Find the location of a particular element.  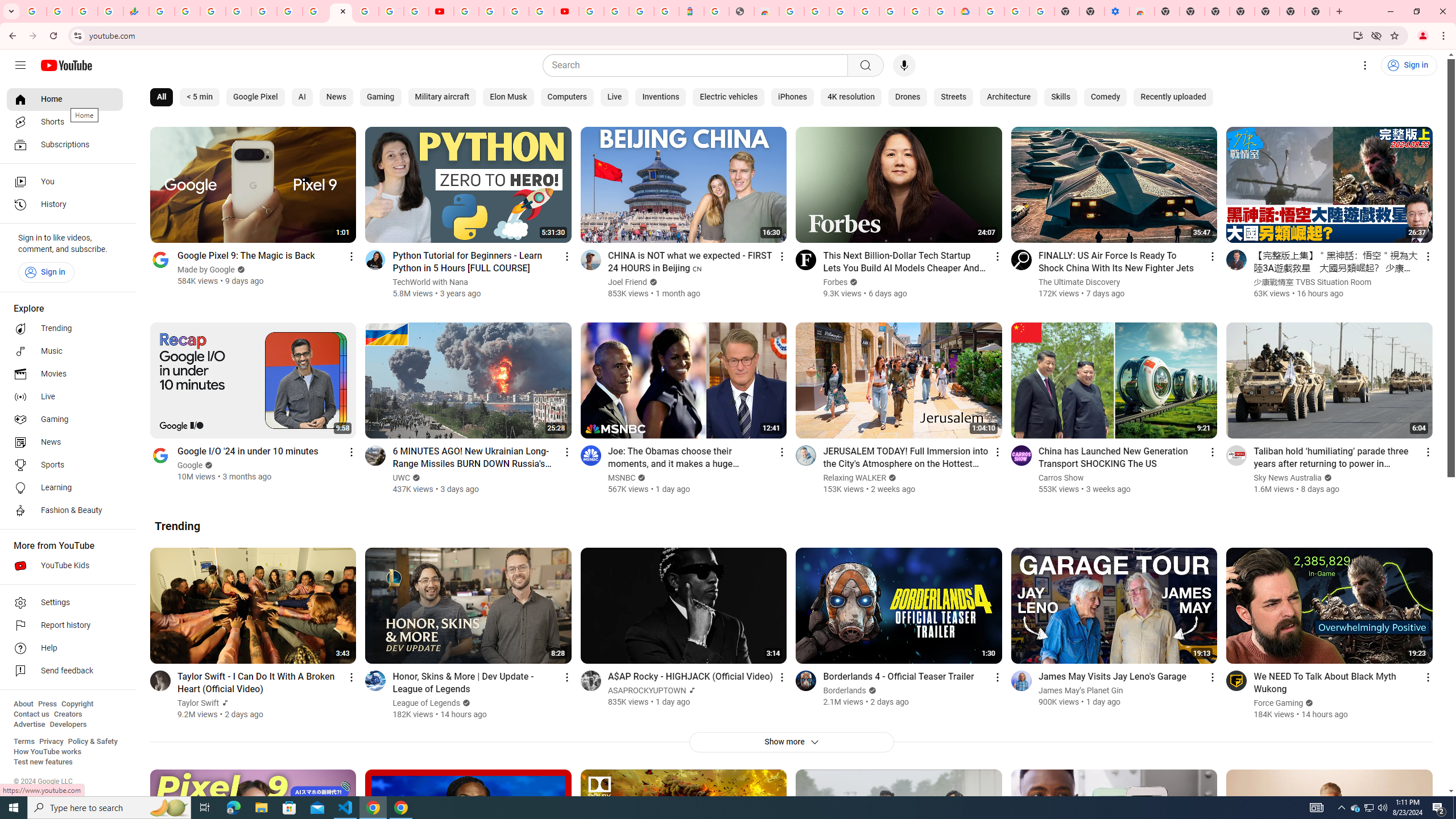

'Turn cookies on or off - Computer - Google Account Help' is located at coordinates (1041, 11).